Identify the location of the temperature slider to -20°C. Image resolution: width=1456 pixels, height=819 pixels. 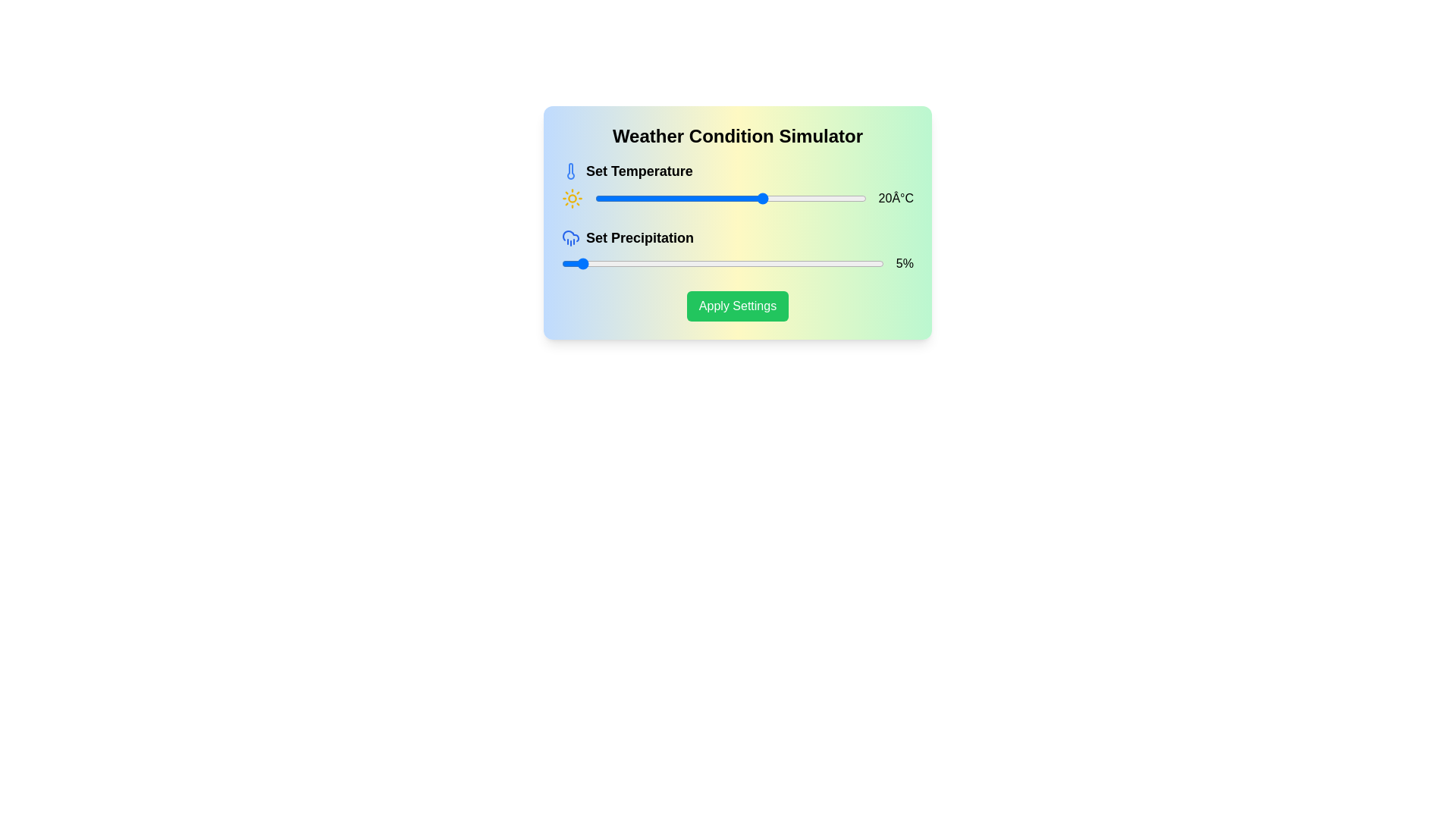
(629, 198).